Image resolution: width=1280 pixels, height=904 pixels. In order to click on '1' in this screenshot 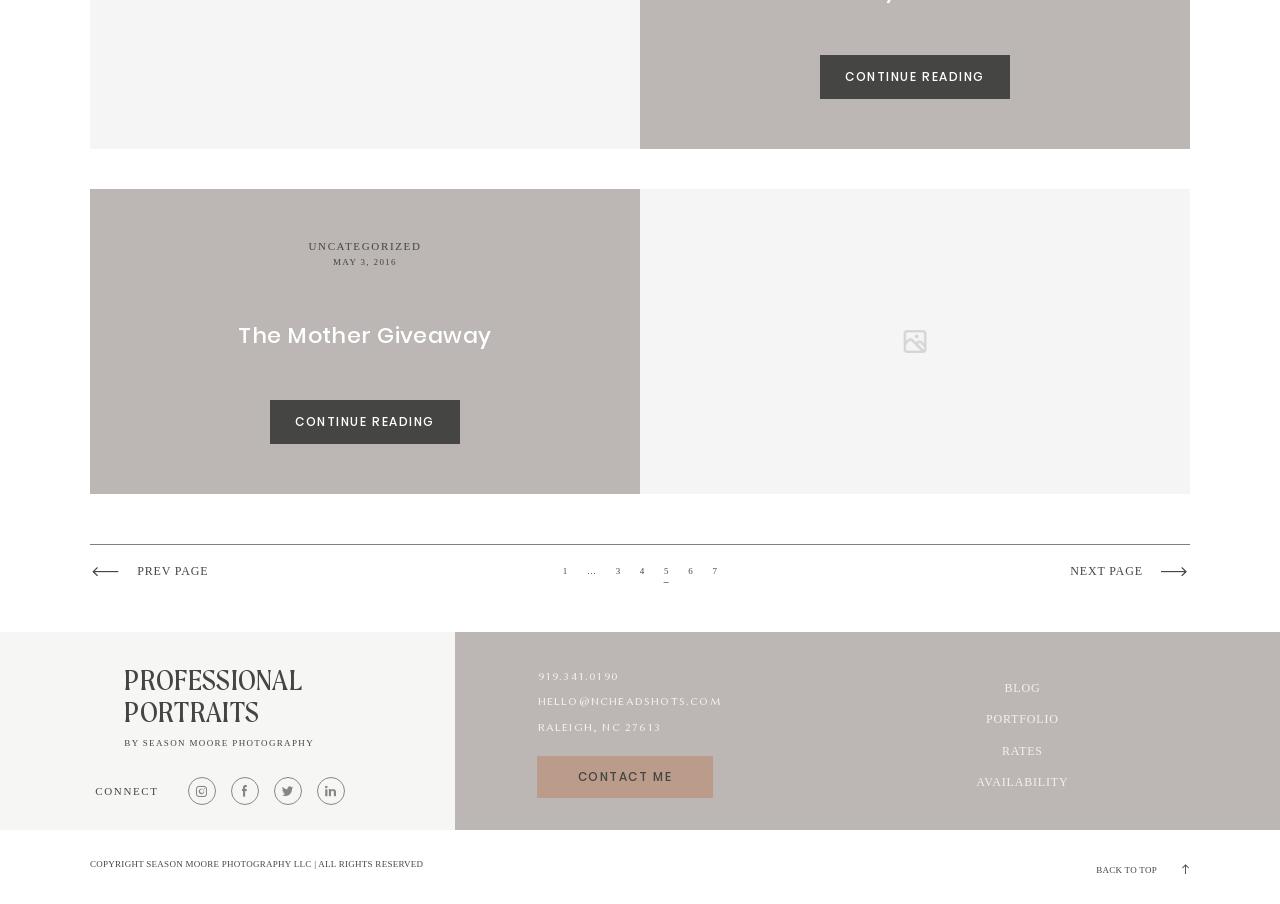, I will do `click(563, 569)`.